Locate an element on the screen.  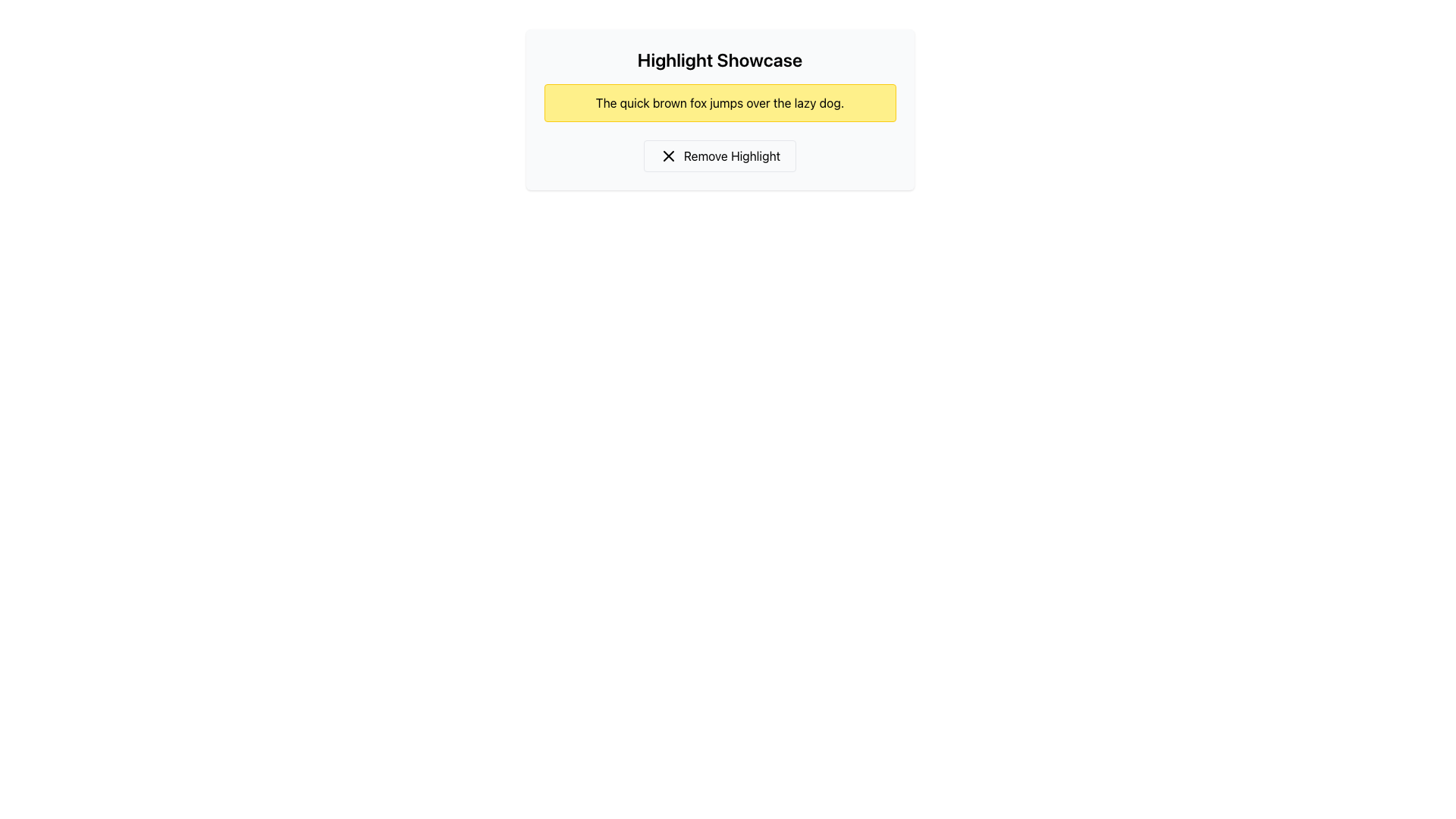
the Text Display Area which has a light yellow background and displays the sentence 'The quick brown fox jumps over the lazy dog.' is located at coordinates (719, 109).